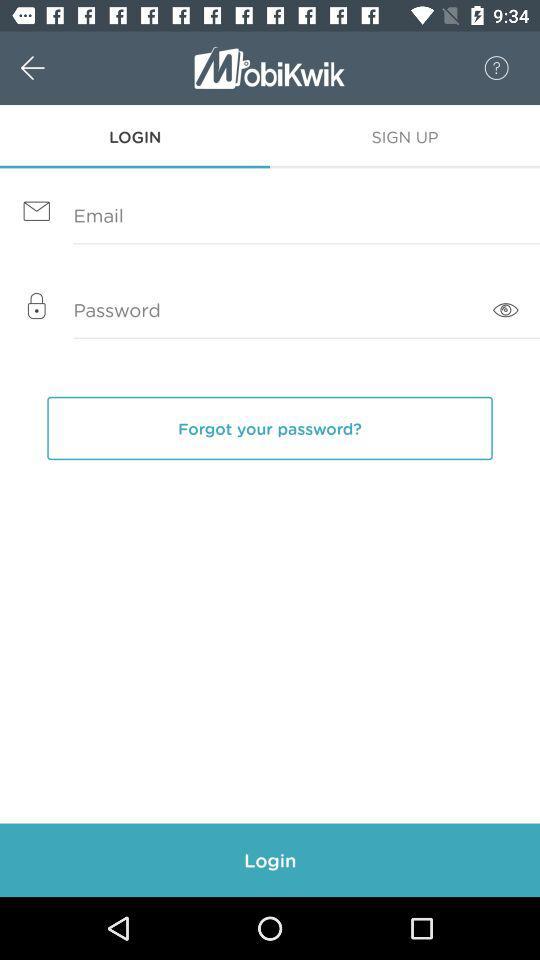  What do you see at coordinates (54, 68) in the screenshot?
I see `the item to the left of r item` at bounding box center [54, 68].